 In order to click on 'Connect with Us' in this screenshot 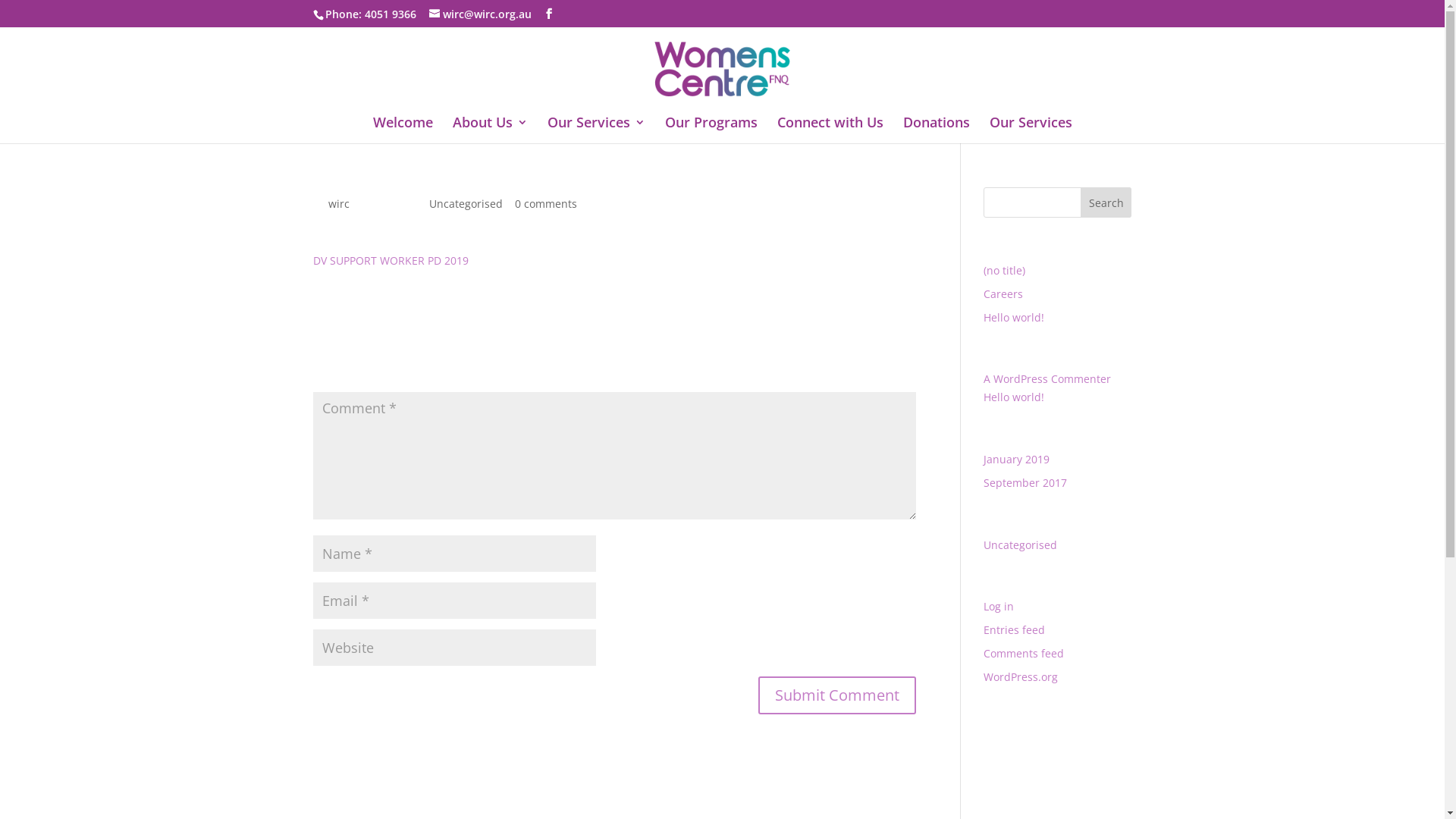, I will do `click(829, 129)`.